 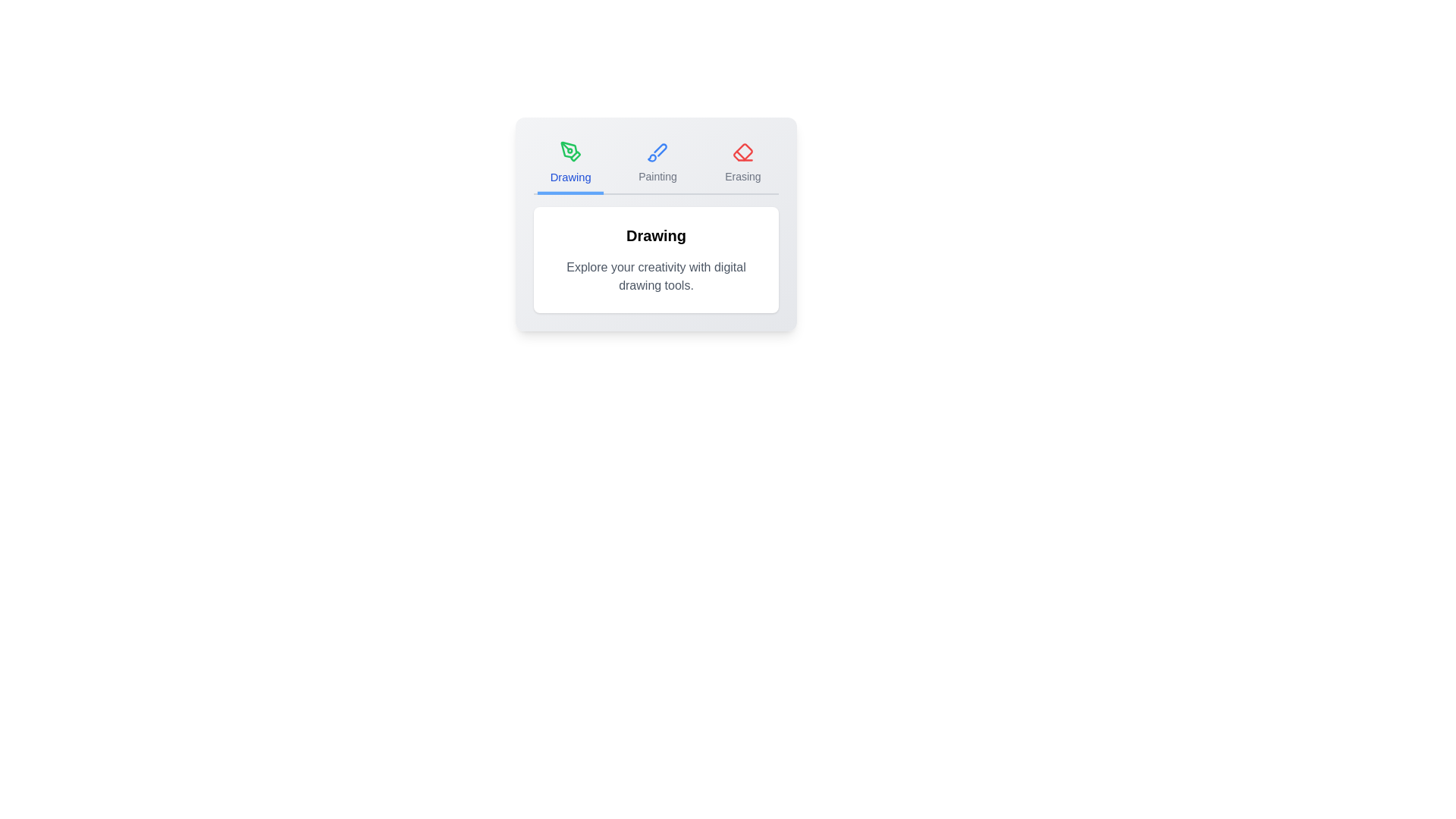 What do you see at coordinates (570, 164) in the screenshot?
I see `the tab labeled Drawing` at bounding box center [570, 164].